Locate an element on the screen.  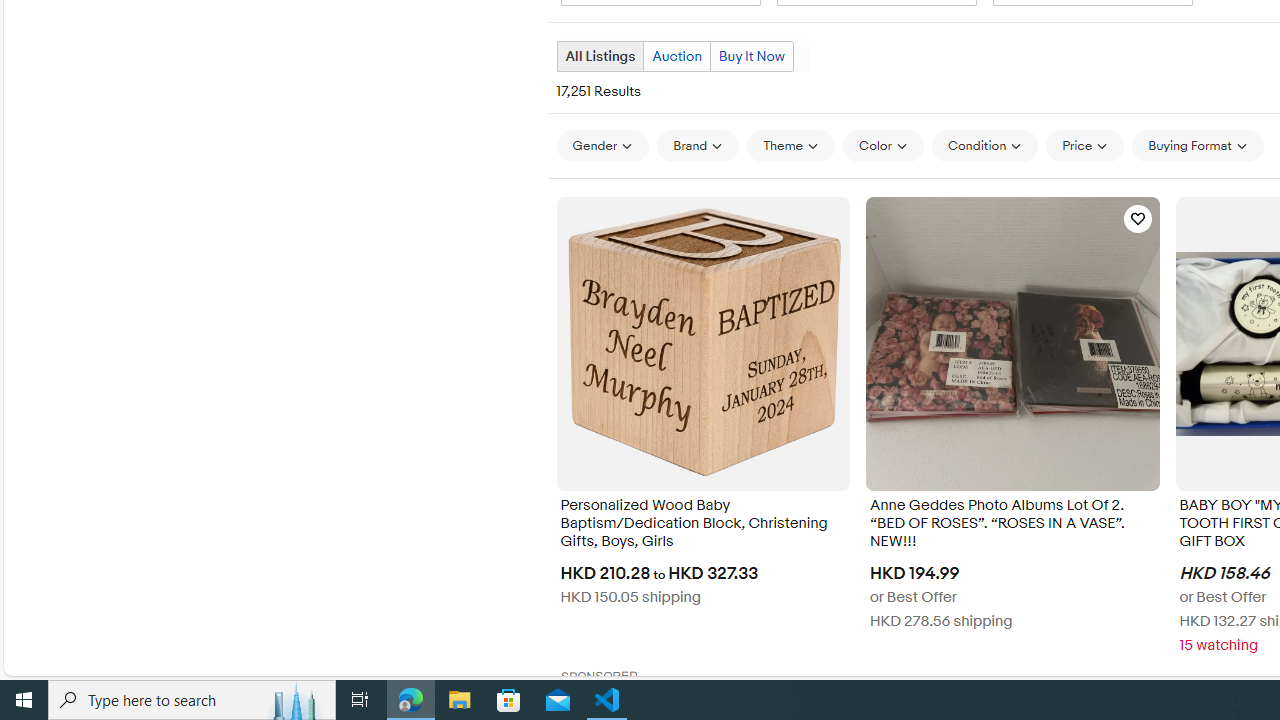
'Brand' is located at coordinates (698, 145).